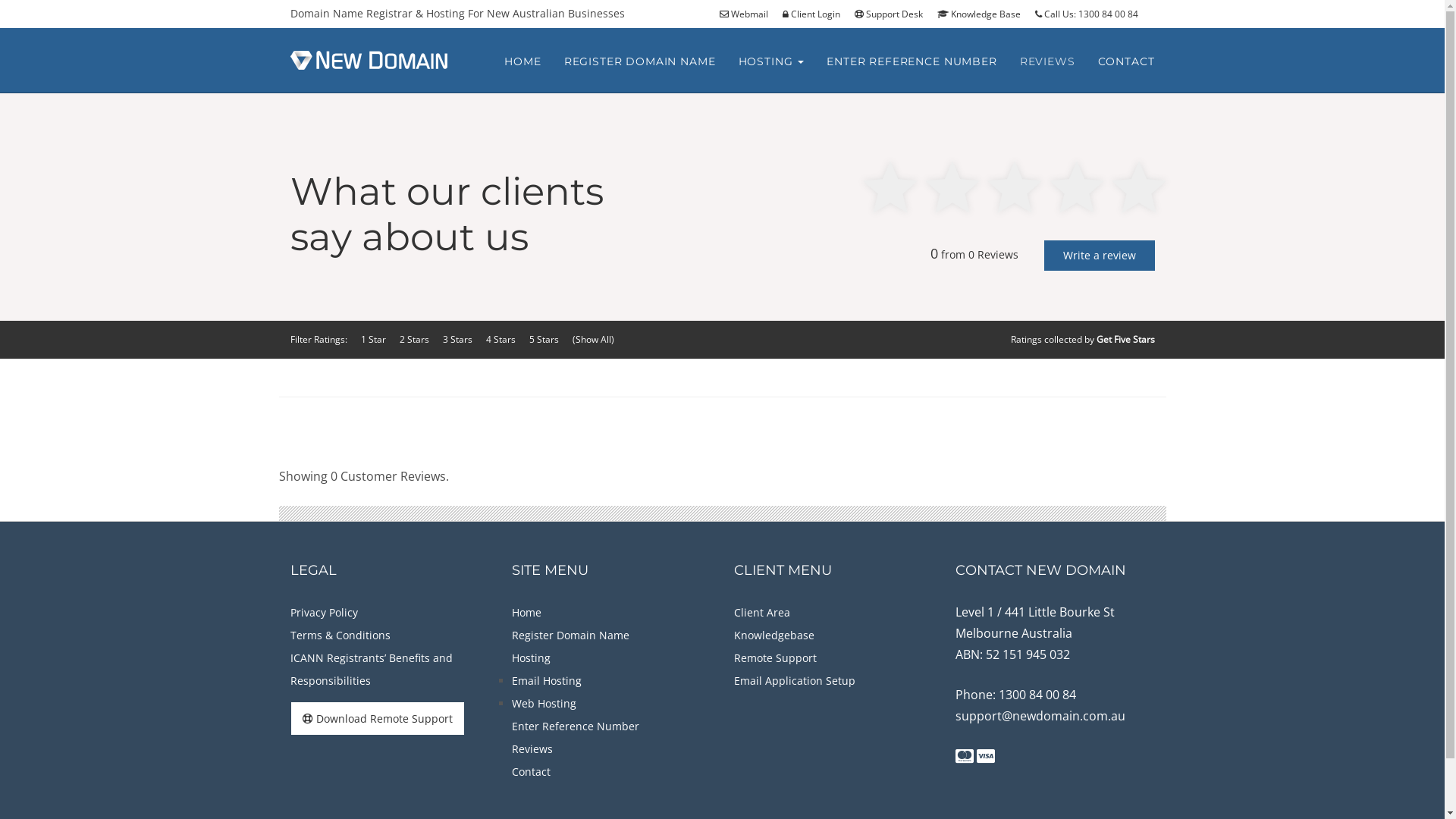 The width and height of the screenshot is (1456, 819). What do you see at coordinates (457, 338) in the screenshot?
I see `'3 Stars'` at bounding box center [457, 338].